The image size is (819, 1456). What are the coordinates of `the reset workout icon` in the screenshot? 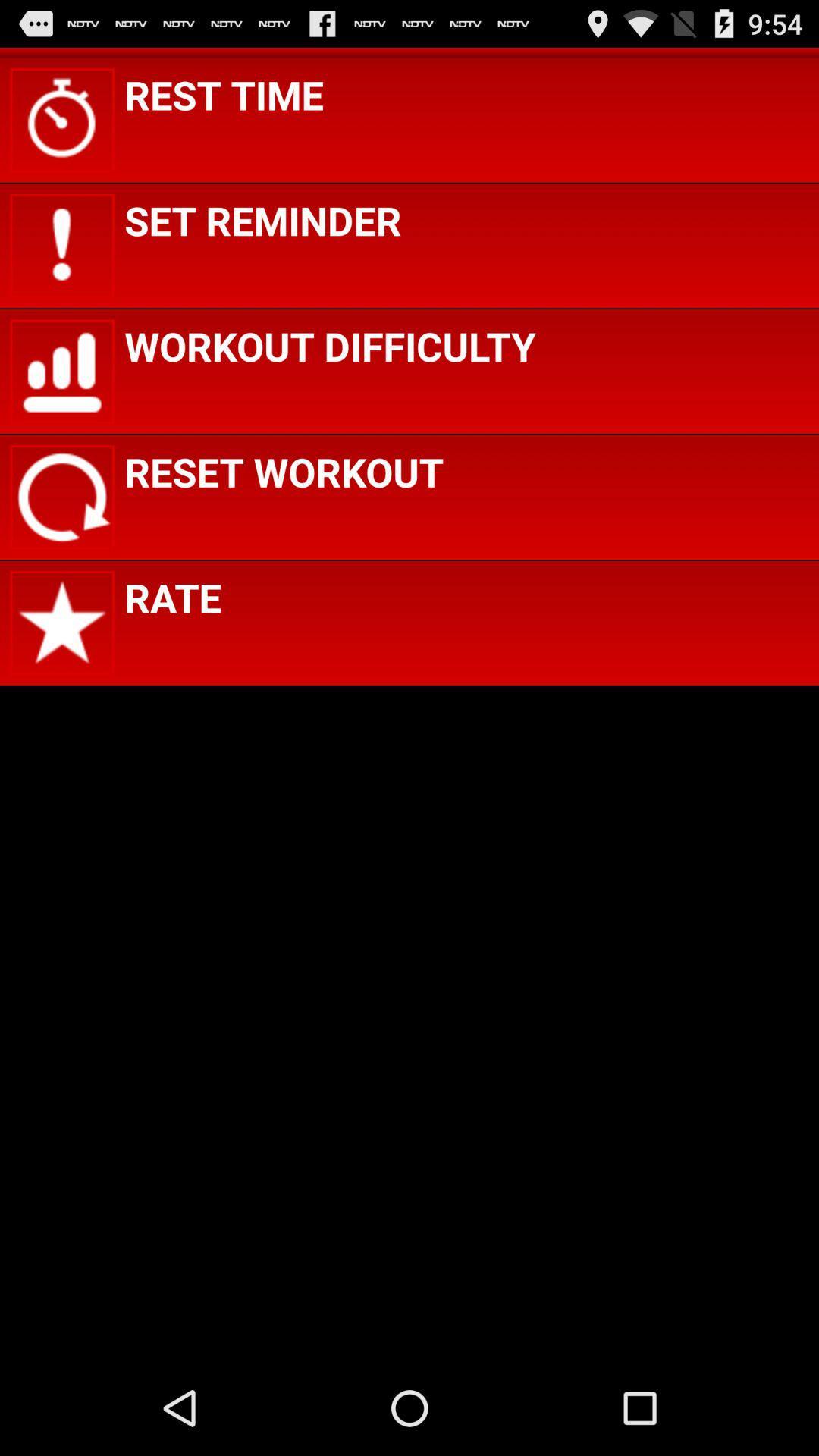 It's located at (284, 471).